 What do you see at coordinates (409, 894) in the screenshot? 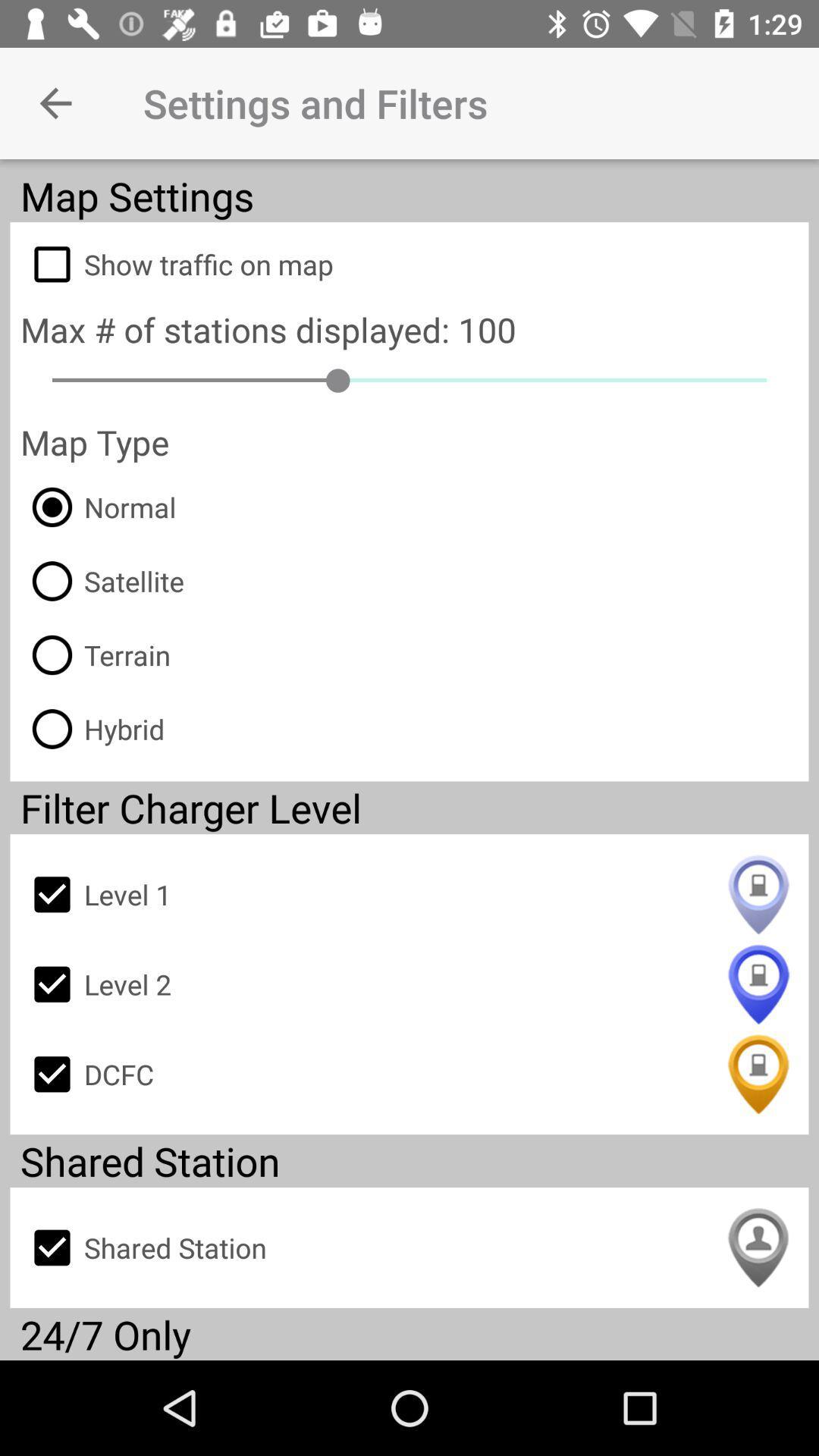
I see `the level 1 item` at bounding box center [409, 894].